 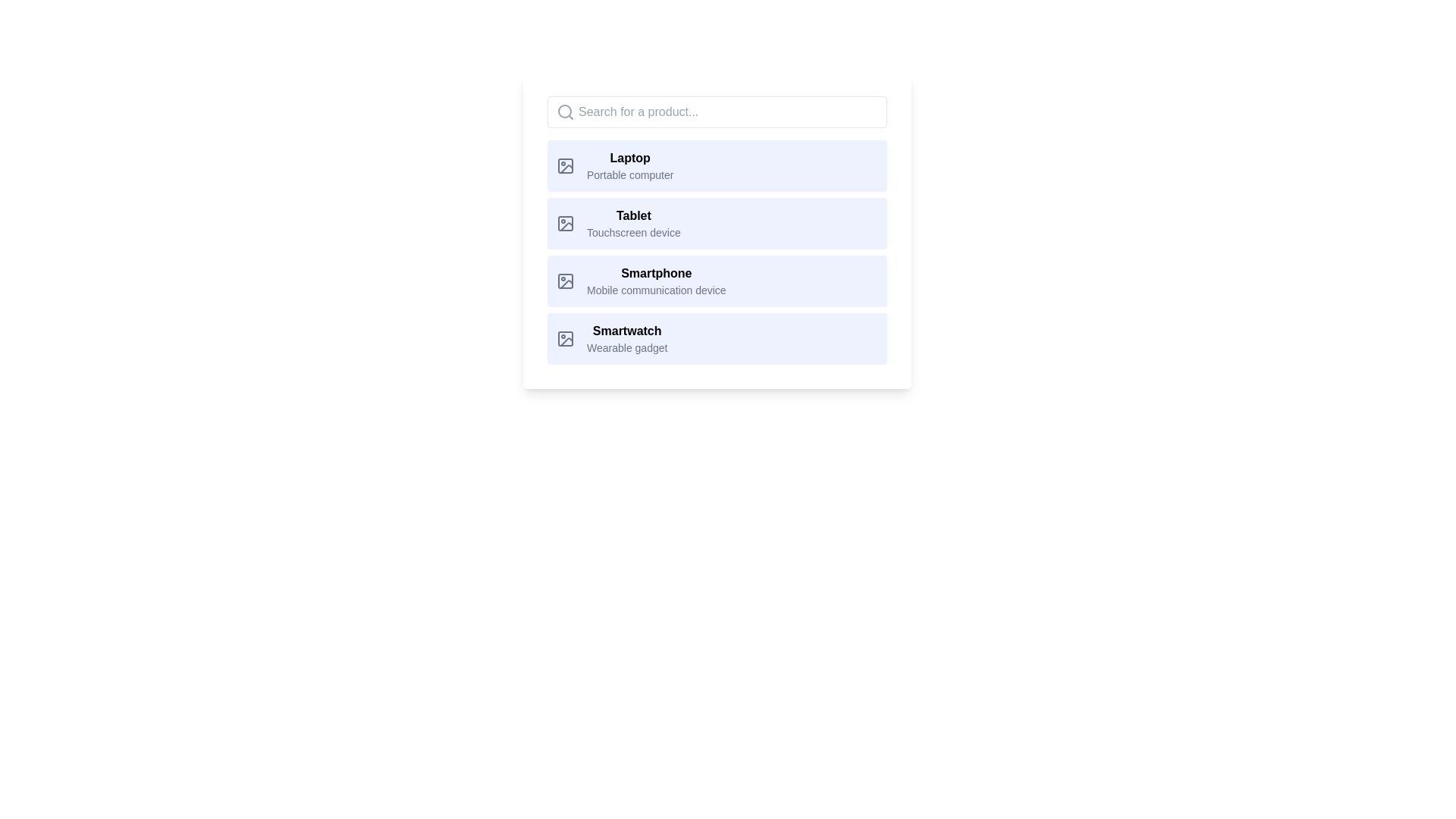 What do you see at coordinates (564, 338) in the screenshot?
I see `the graphical icon or placeholder for the Smartwatch entry, located` at bounding box center [564, 338].